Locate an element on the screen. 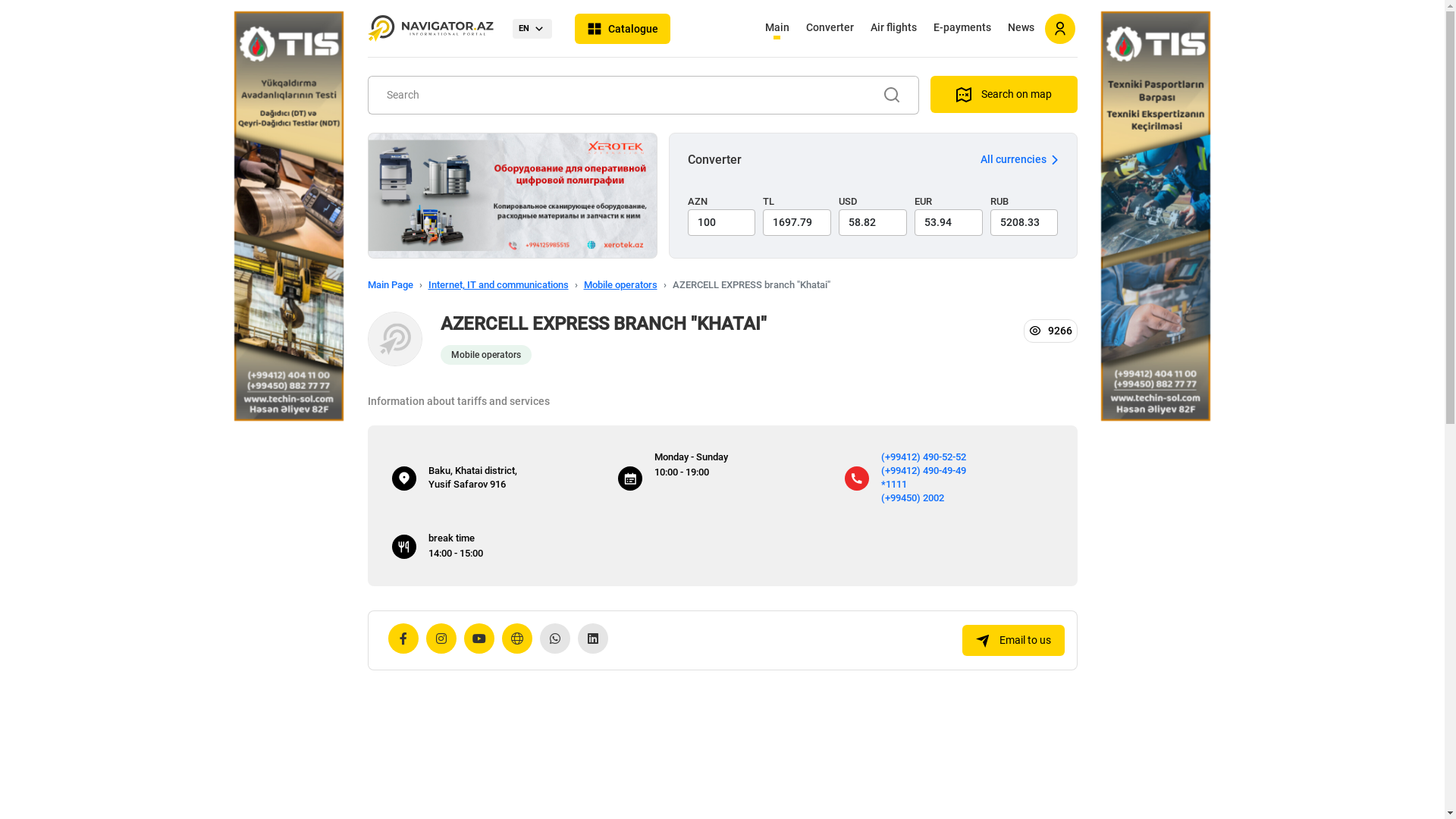 This screenshot has height=819, width=1456. 'Search on map' is located at coordinates (928, 94).